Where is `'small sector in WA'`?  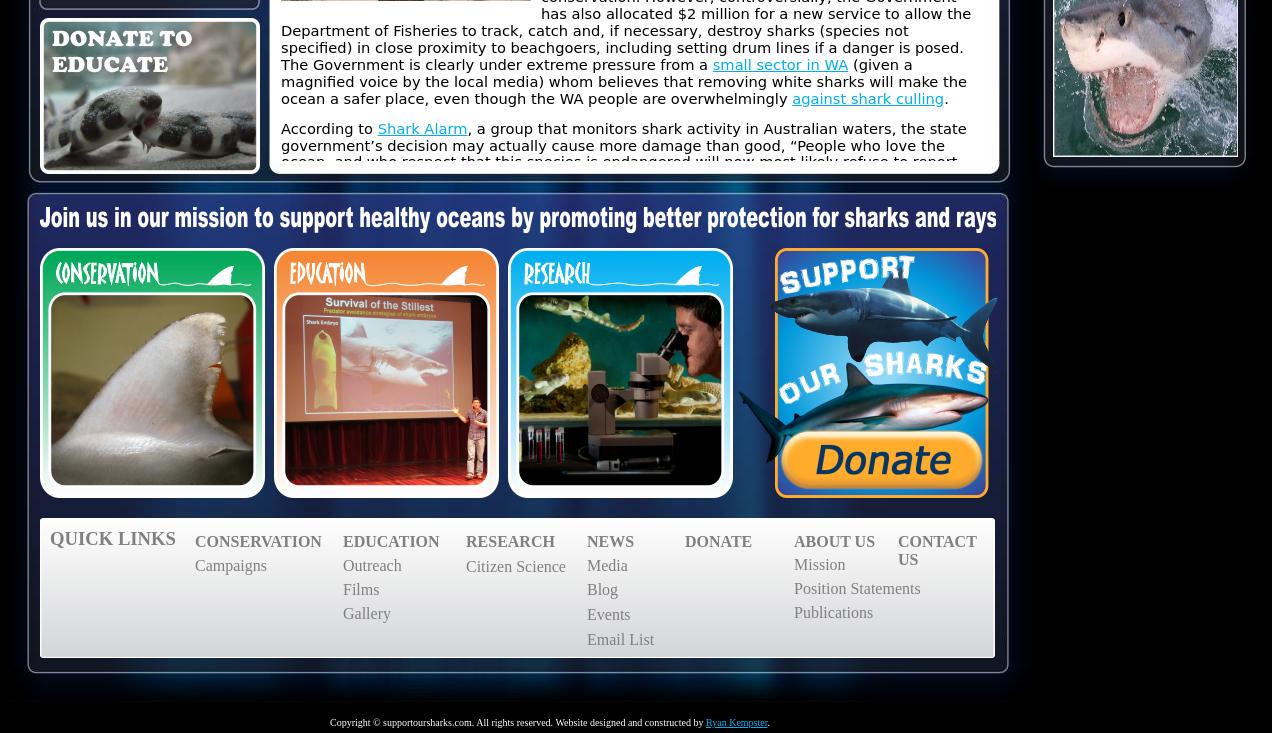 'small sector in WA' is located at coordinates (778, 62).